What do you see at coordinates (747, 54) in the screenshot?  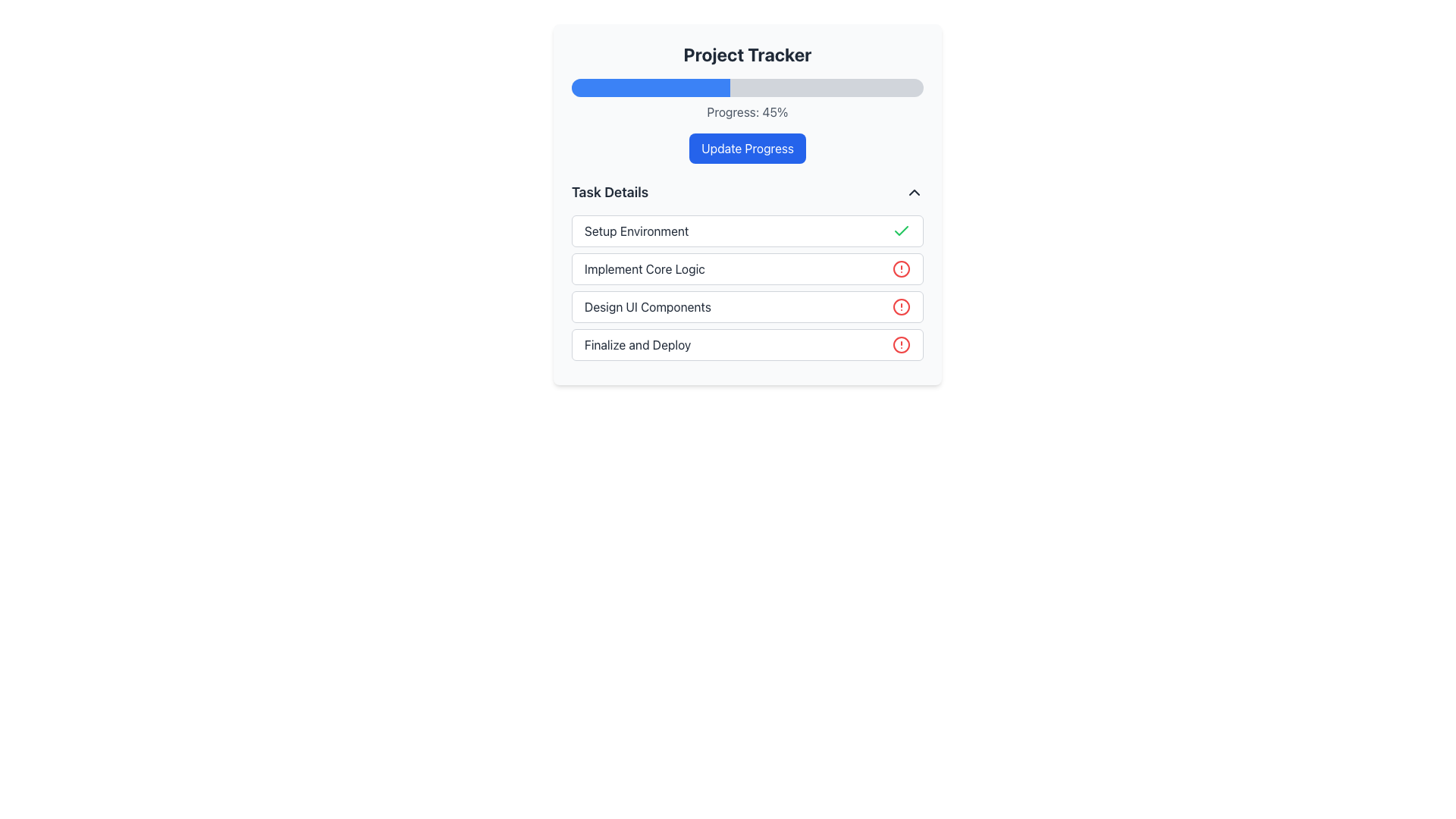 I see `title text displayed at the top-center of the UI module, which serves as the heading for the section` at bounding box center [747, 54].